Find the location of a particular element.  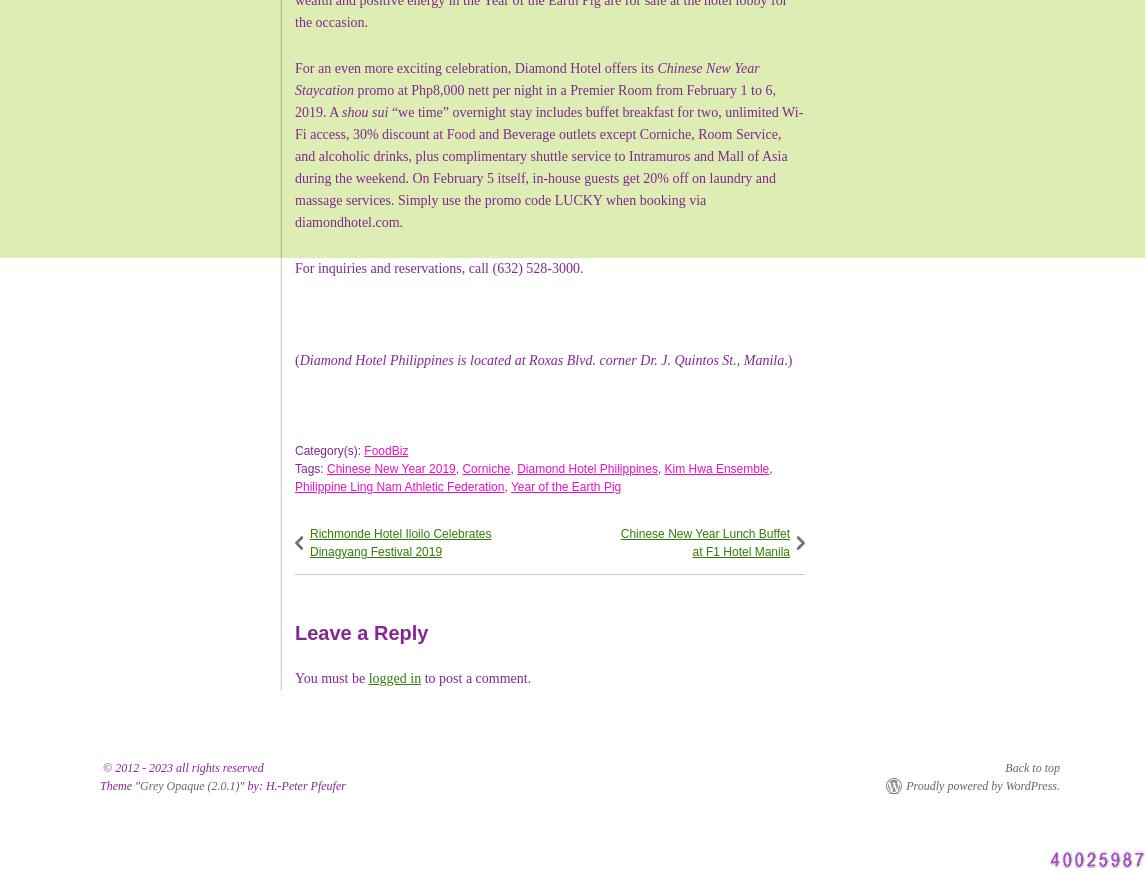

'For an even more exciting celebration, Diamond Hotel offers its' is located at coordinates (293, 66).